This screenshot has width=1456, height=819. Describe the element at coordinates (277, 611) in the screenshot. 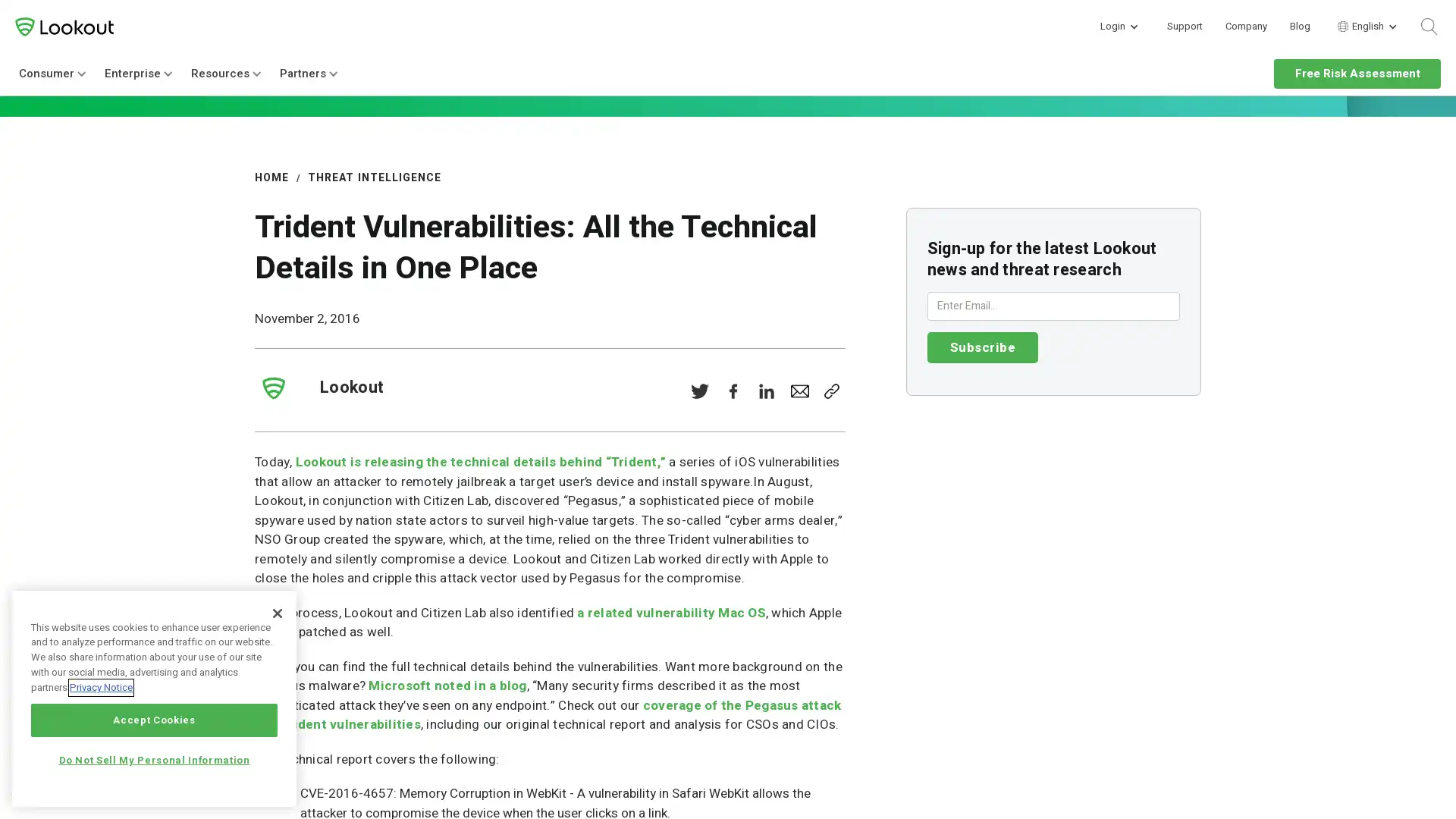

I see `Close` at that location.